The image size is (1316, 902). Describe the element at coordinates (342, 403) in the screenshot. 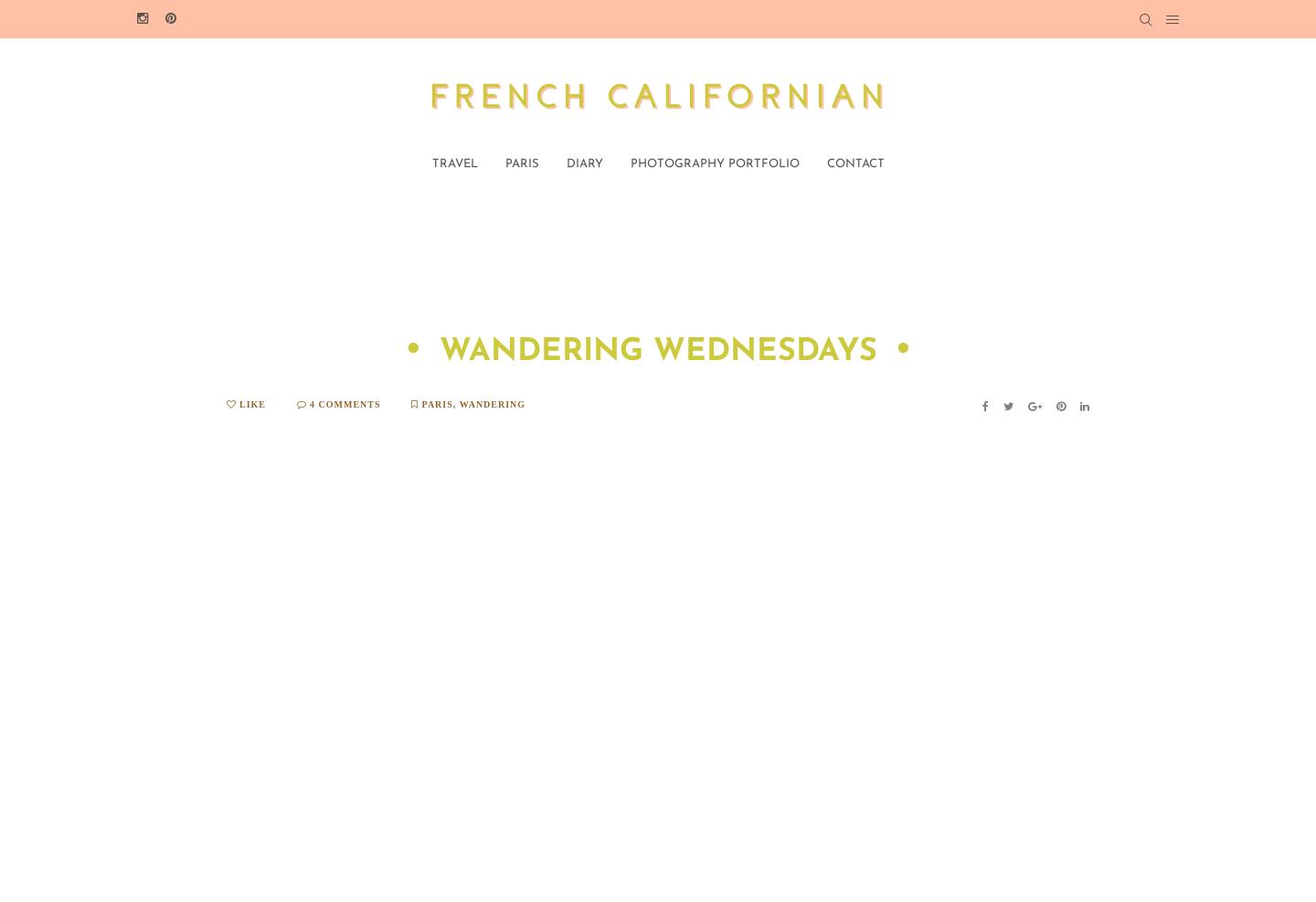

I see `'4 Comments'` at that location.